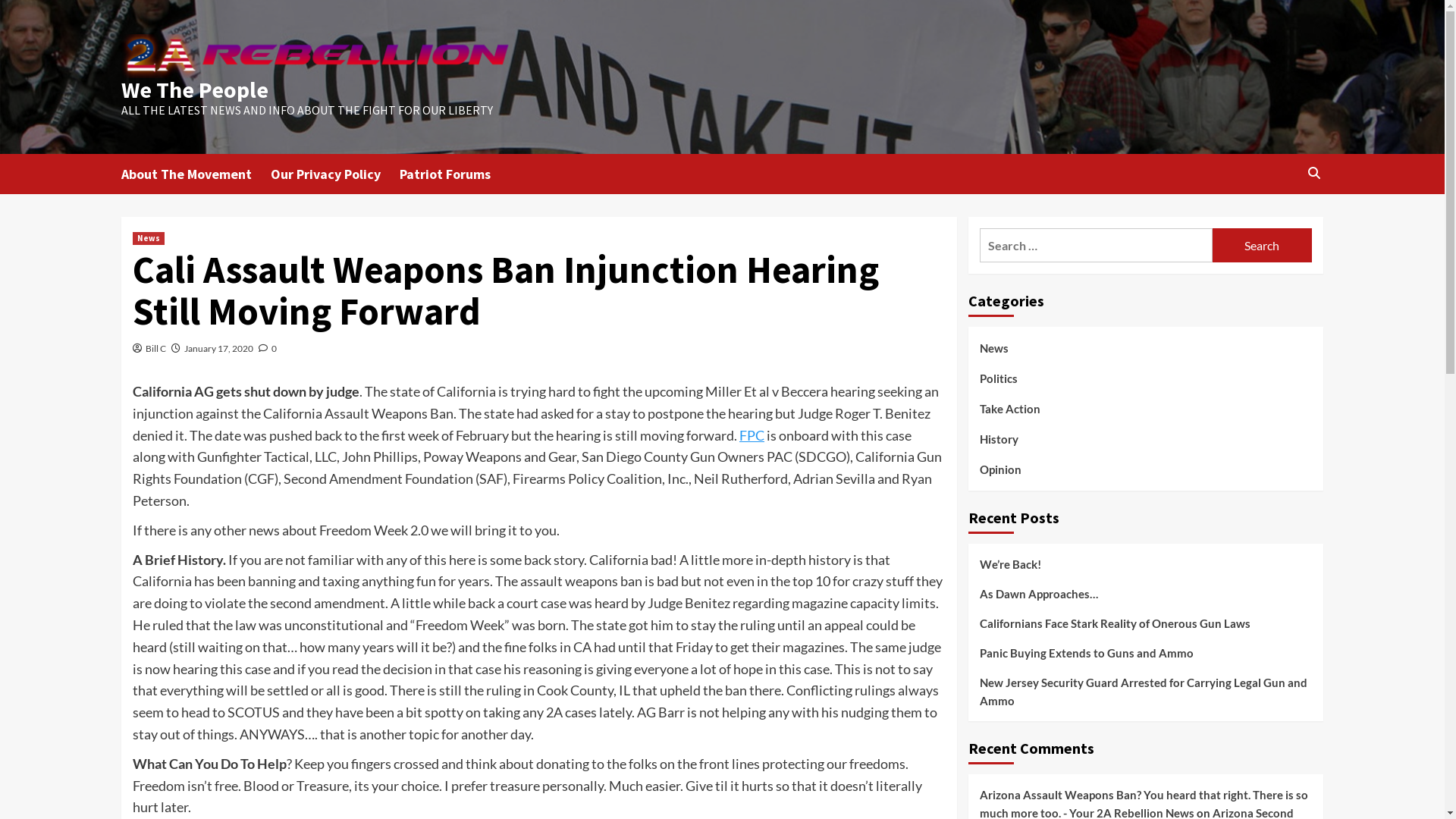 The image size is (1456, 819). I want to click on 'Search', so click(1262, 244).